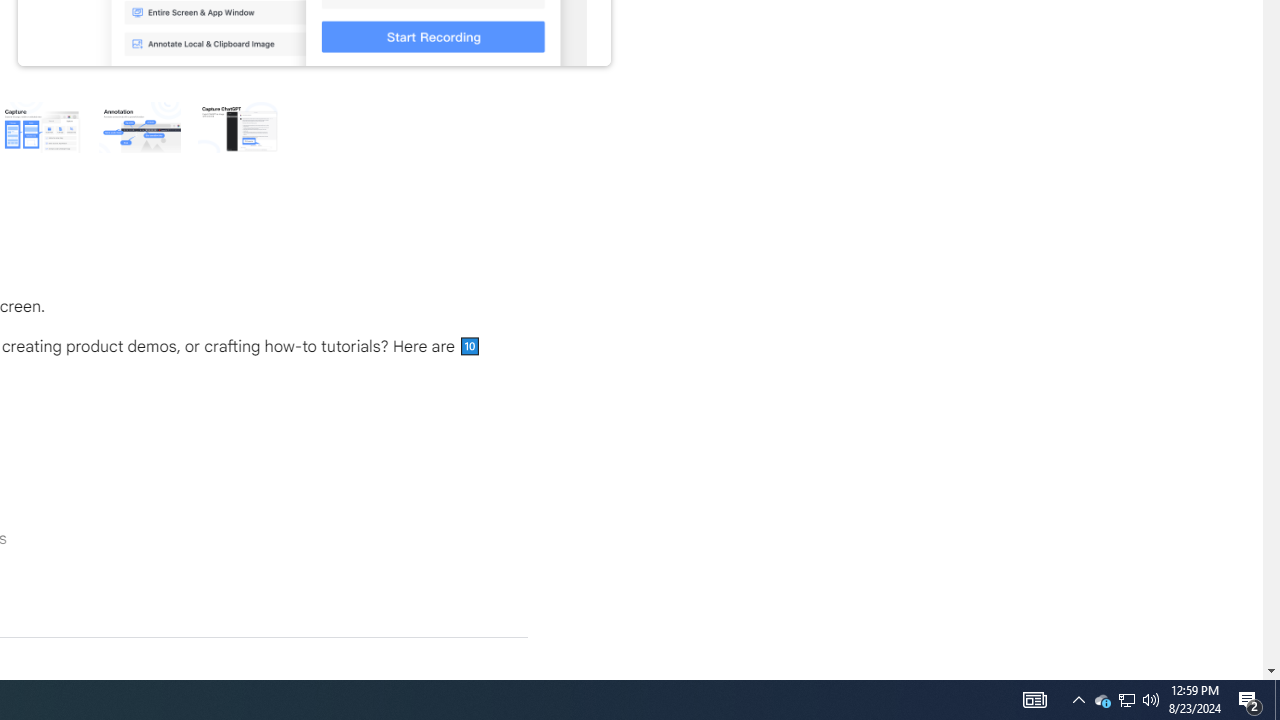 The image size is (1280, 720). I want to click on 'Q2790: 100%', so click(1151, 698).